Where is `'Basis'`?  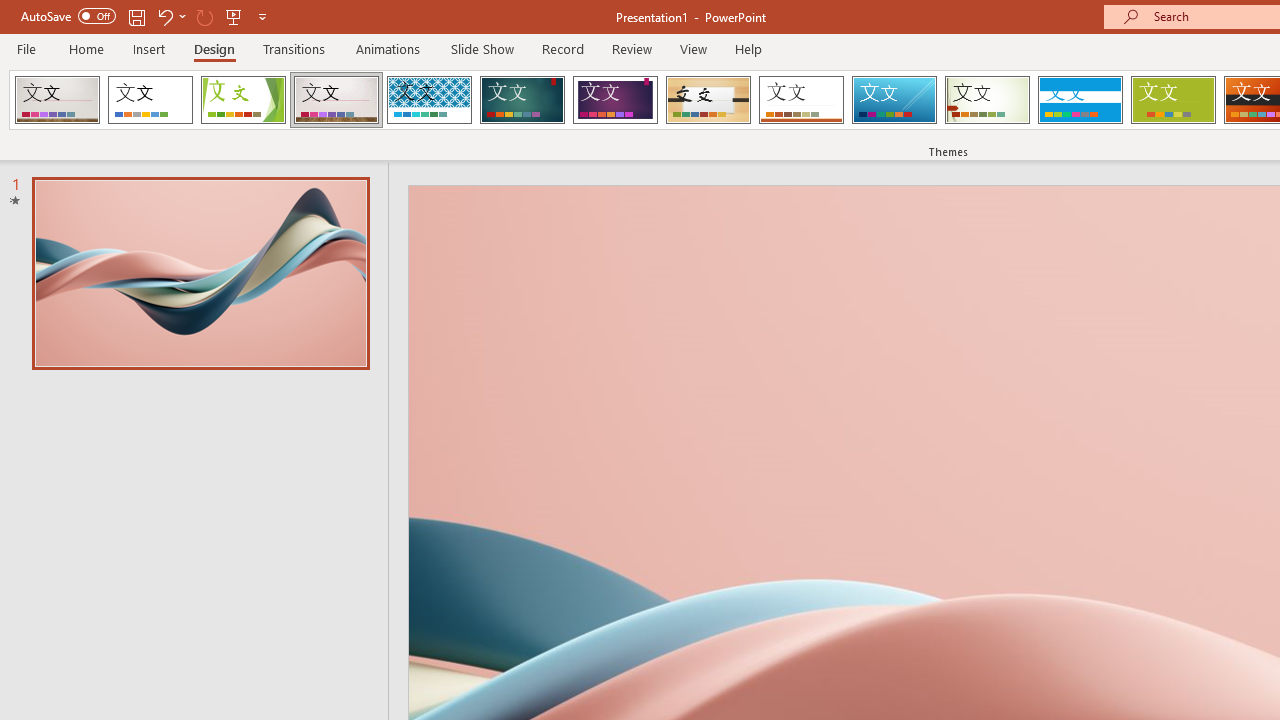
'Basis' is located at coordinates (1173, 100).